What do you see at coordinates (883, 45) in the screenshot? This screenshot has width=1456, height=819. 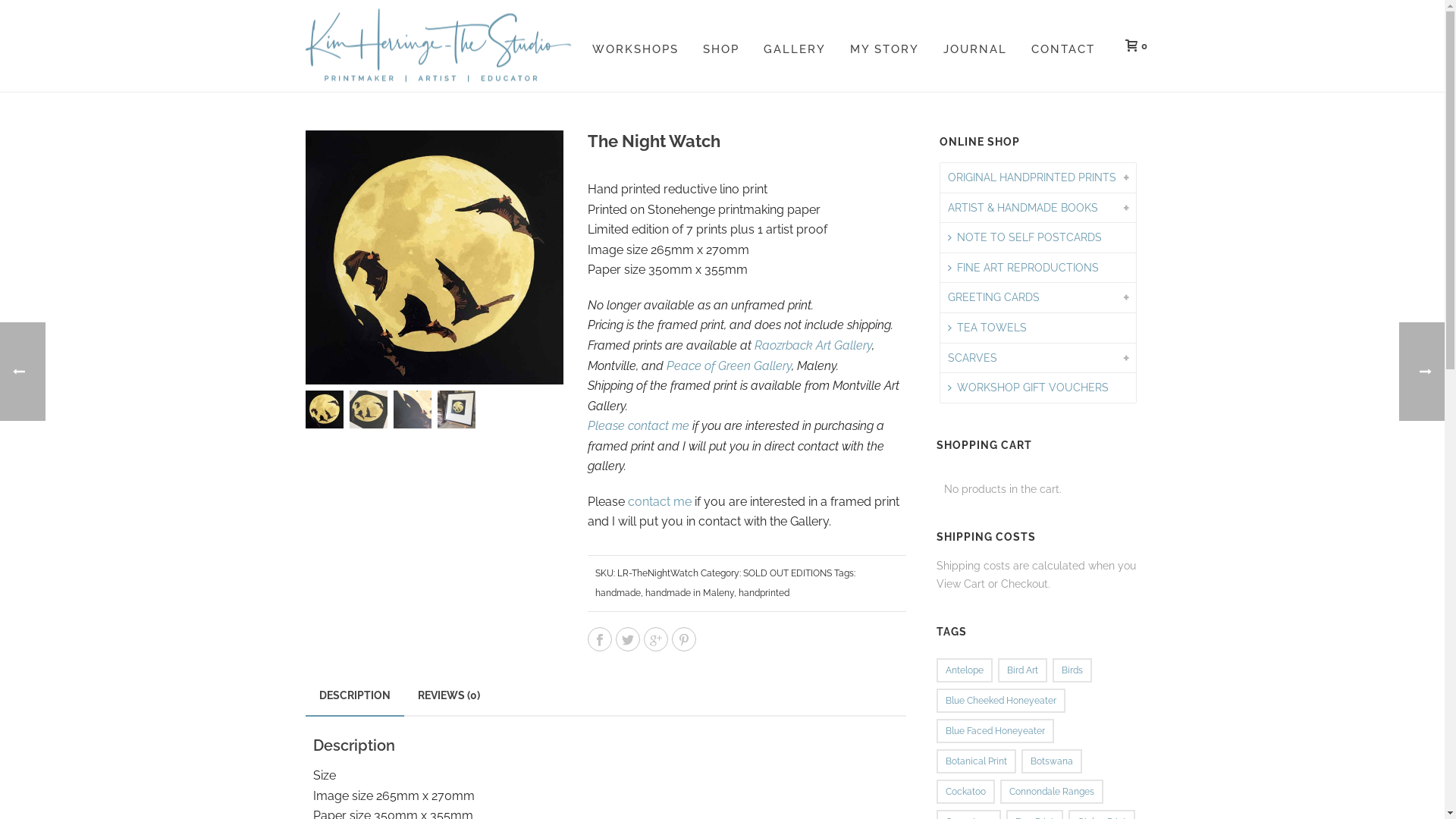 I see `'MY STORY'` at bounding box center [883, 45].